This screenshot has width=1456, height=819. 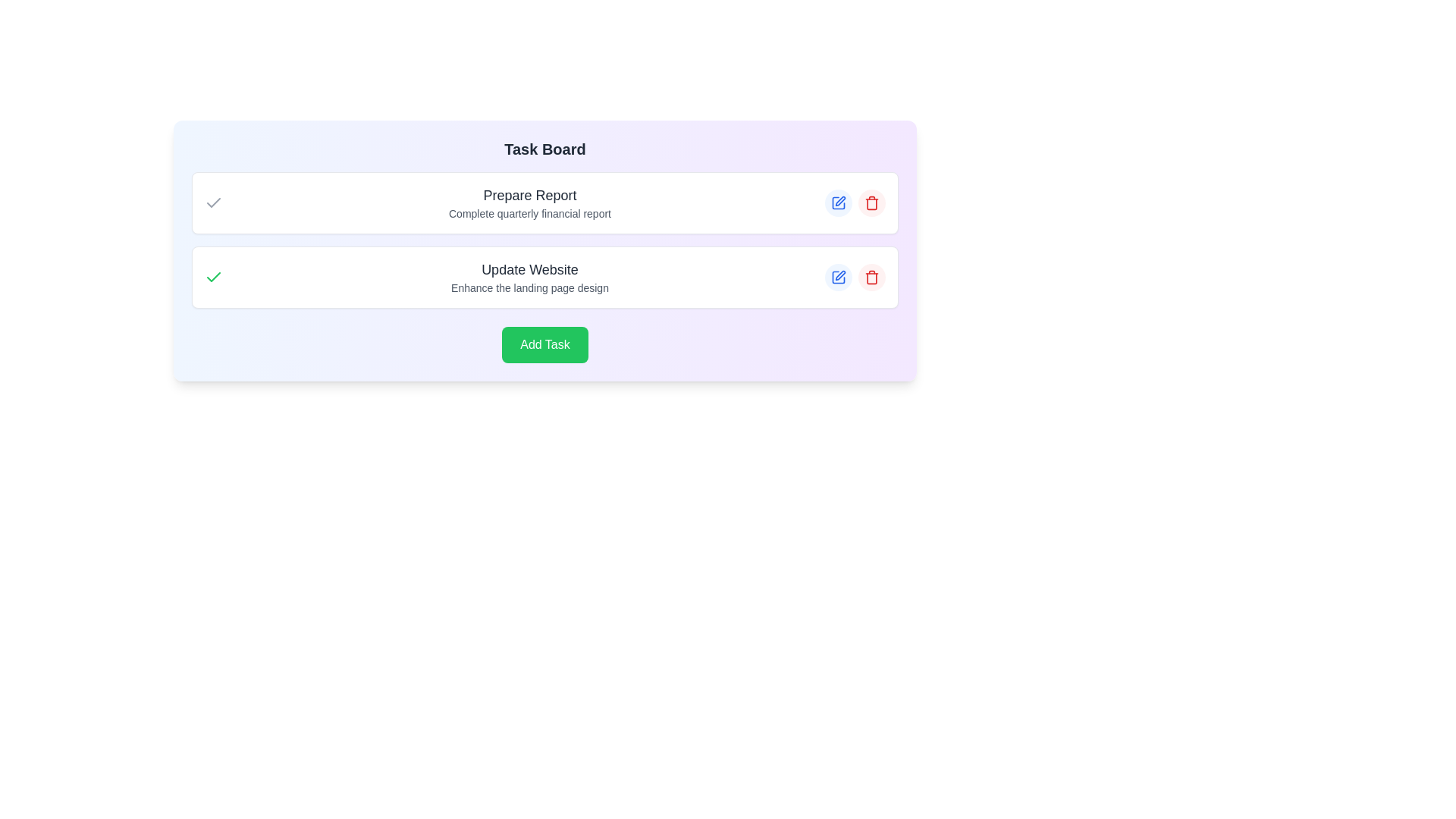 I want to click on the stylized pen icon with a blue outline located inside a circular button to initiate an edit action, so click(x=839, y=200).